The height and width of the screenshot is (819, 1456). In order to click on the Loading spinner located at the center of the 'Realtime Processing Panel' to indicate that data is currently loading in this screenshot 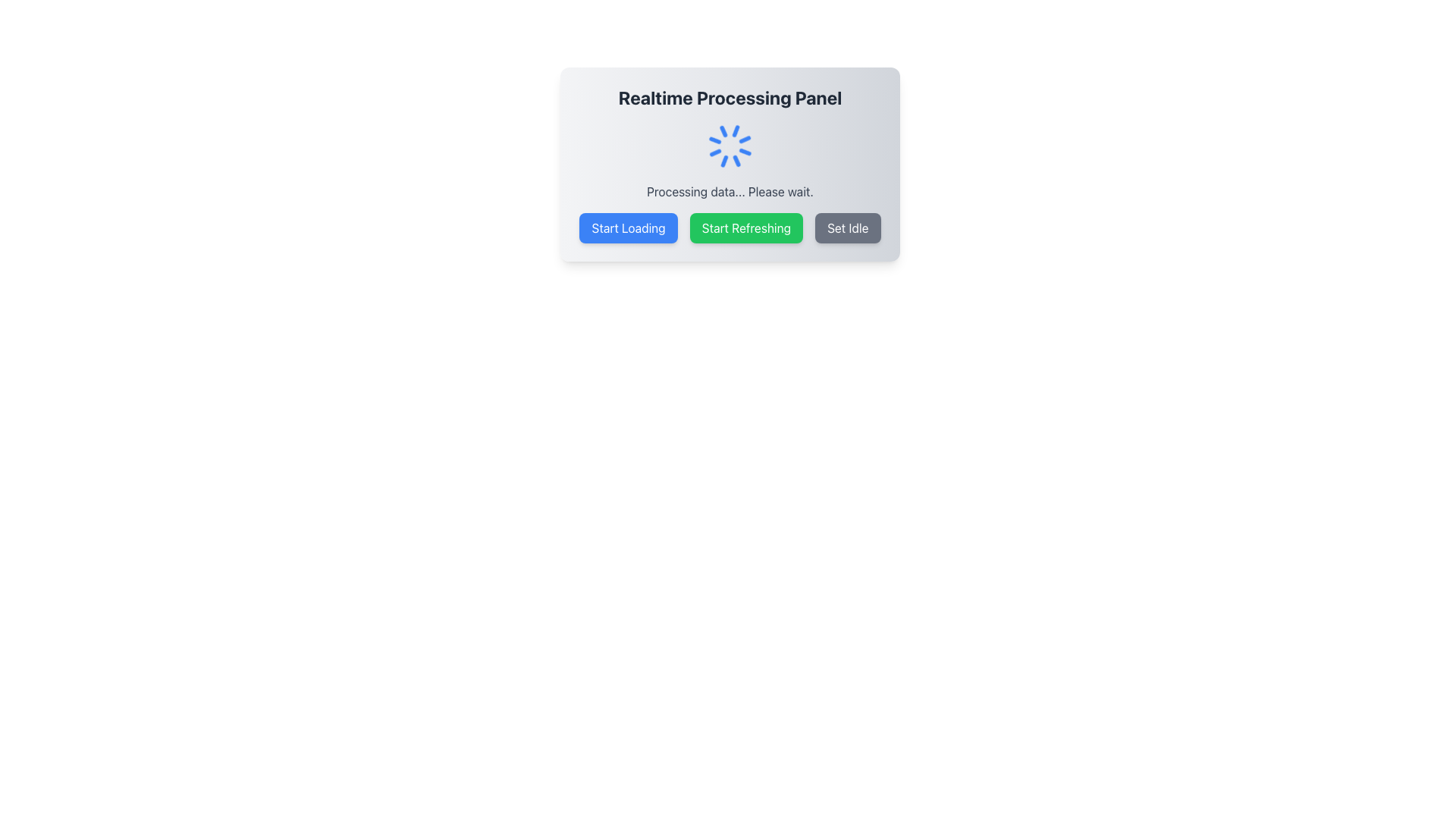, I will do `click(730, 146)`.